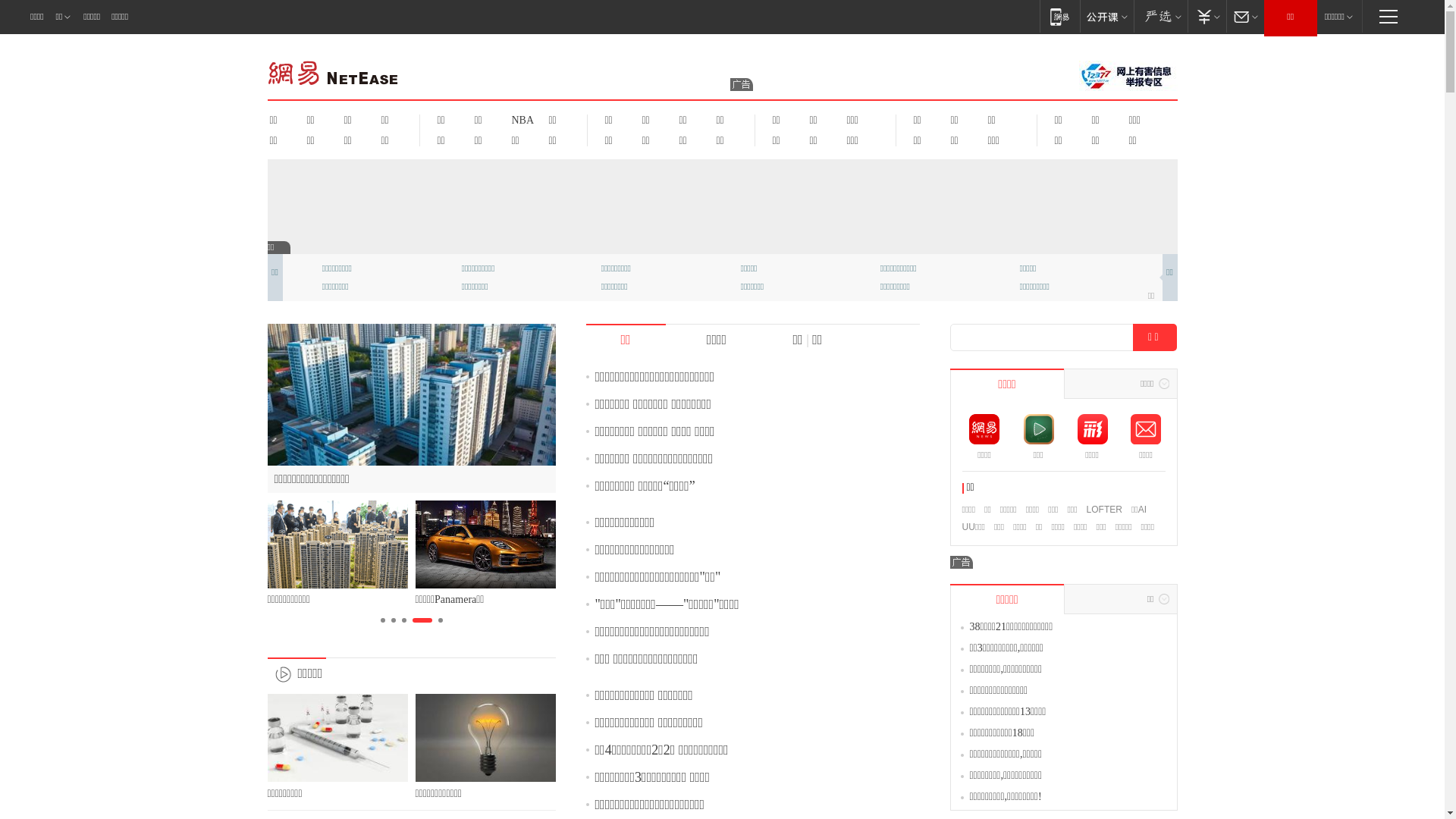 The image size is (1456, 819). I want to click on 'NBA', so click(502, 119).